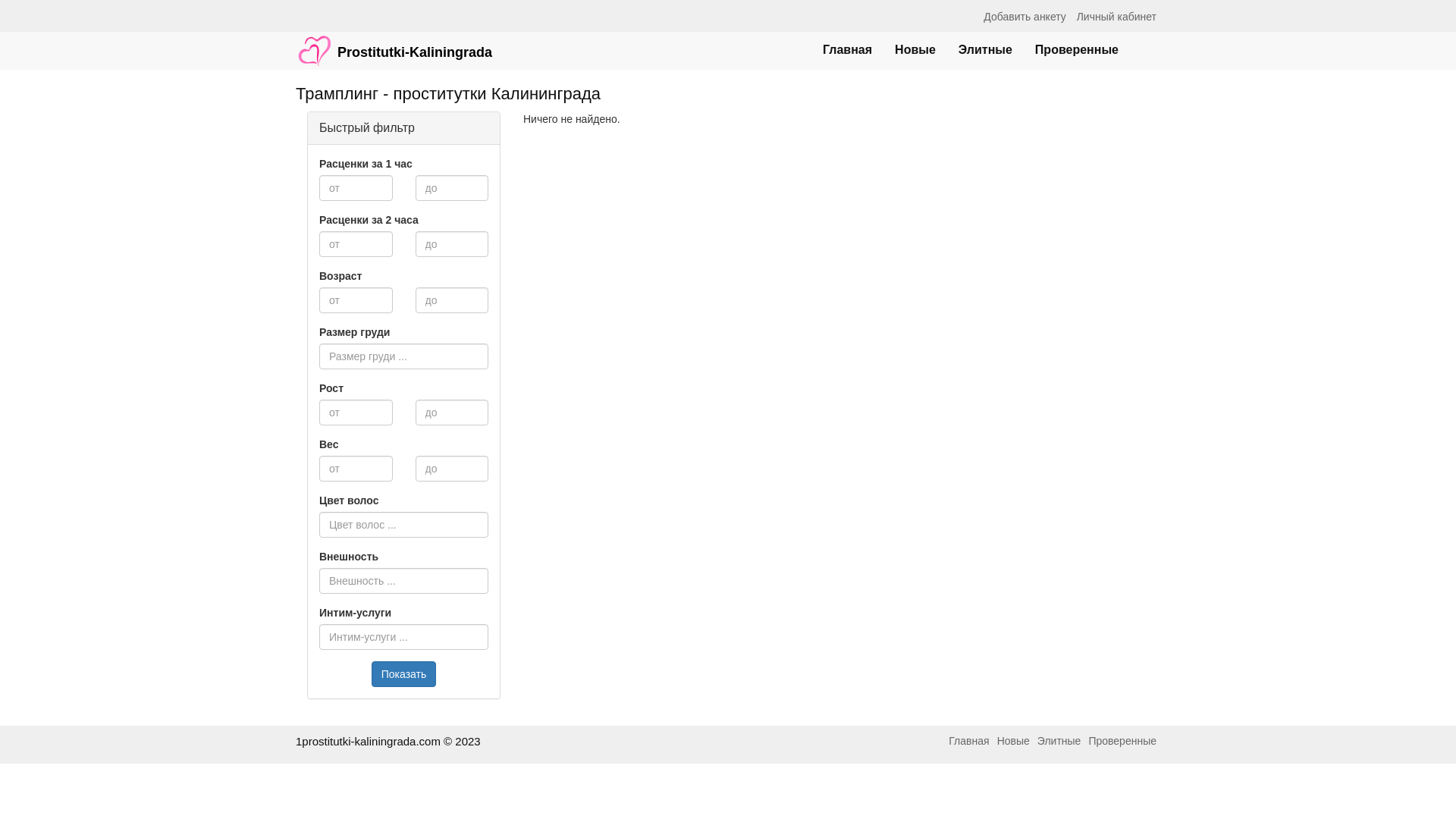 This screenshot has width=1456, height=819. What do you see at coordinates (394, 42) in the screenshot?
I see `'Prostitutki-Kaliningrada'` at bounding box center [394, 42].